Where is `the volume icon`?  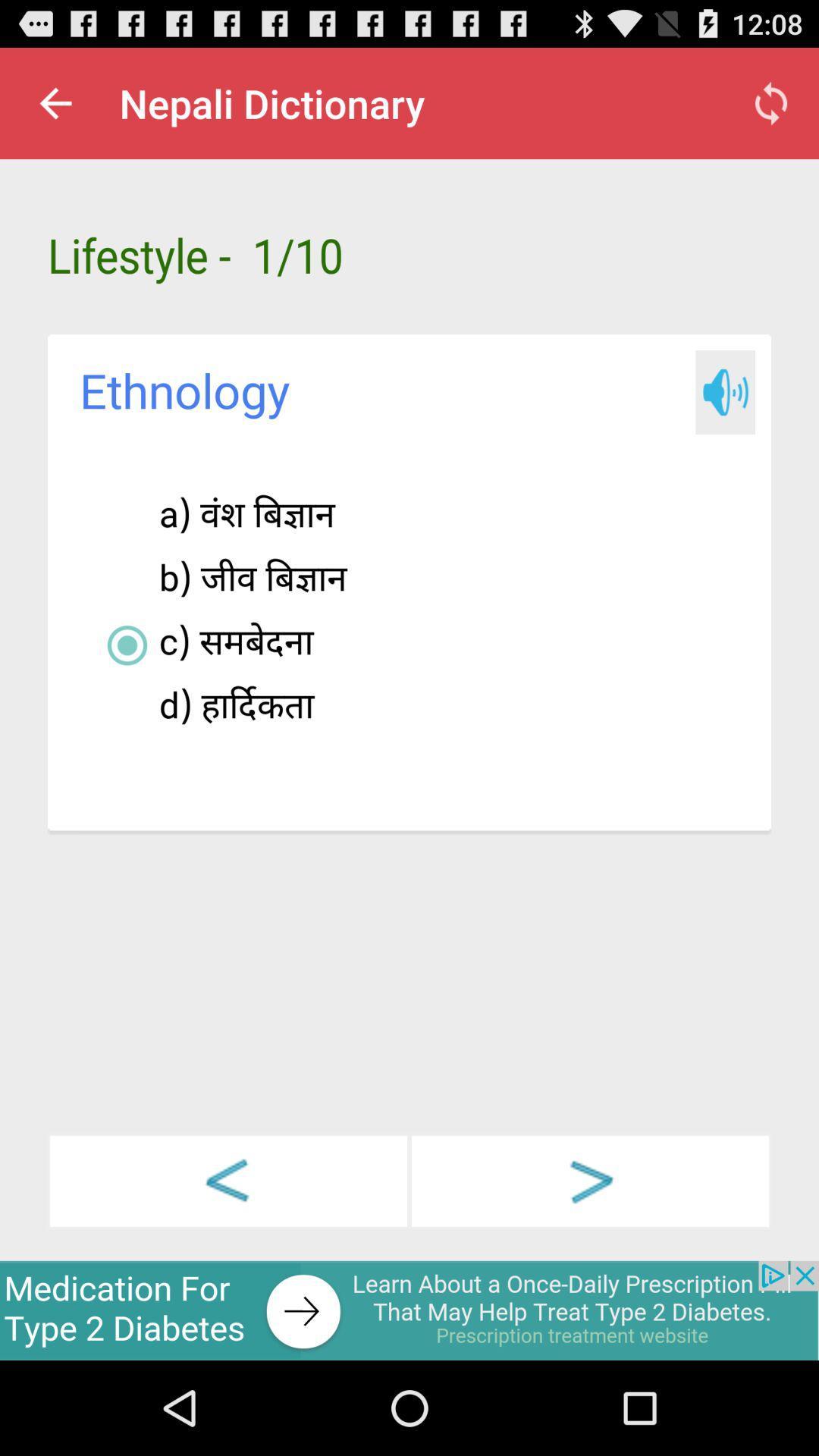 the volume icon is located at coordinates (724, 419).